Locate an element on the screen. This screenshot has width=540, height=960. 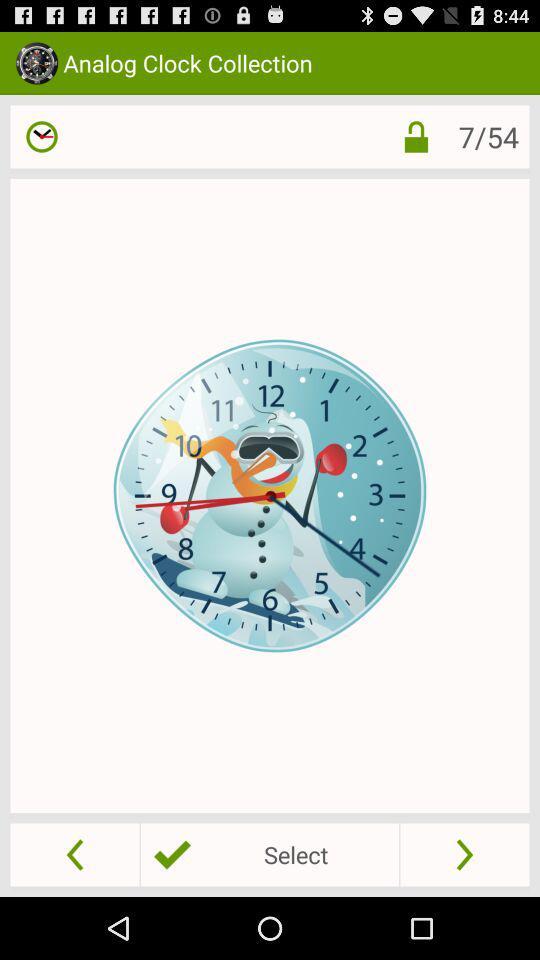
or change the time is located at coordinates (42, 135).